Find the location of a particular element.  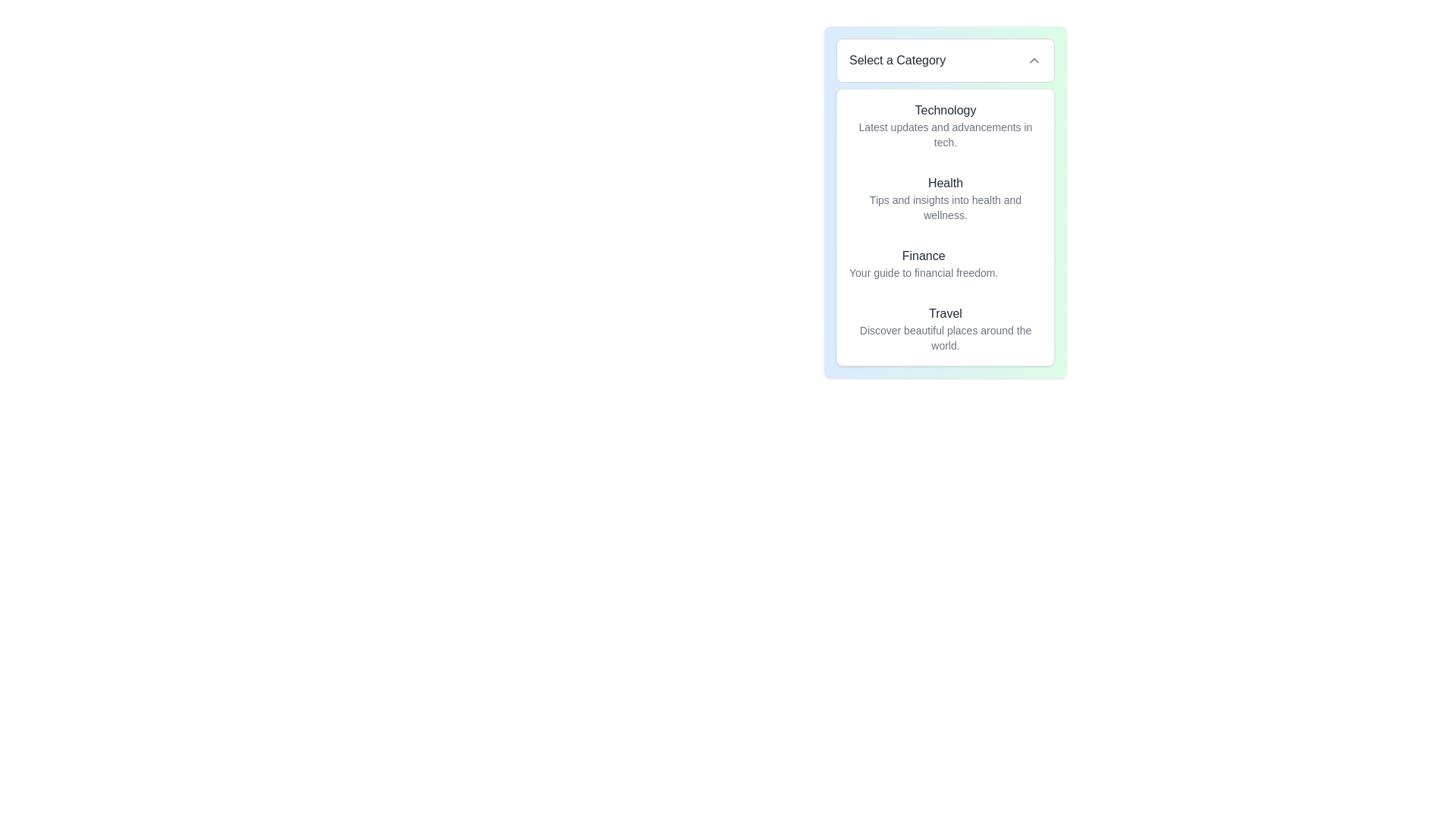

the chevron-up icon located at the top-right corner of the 'Select a Category' dropdown is located at coordinates (1033, 60).